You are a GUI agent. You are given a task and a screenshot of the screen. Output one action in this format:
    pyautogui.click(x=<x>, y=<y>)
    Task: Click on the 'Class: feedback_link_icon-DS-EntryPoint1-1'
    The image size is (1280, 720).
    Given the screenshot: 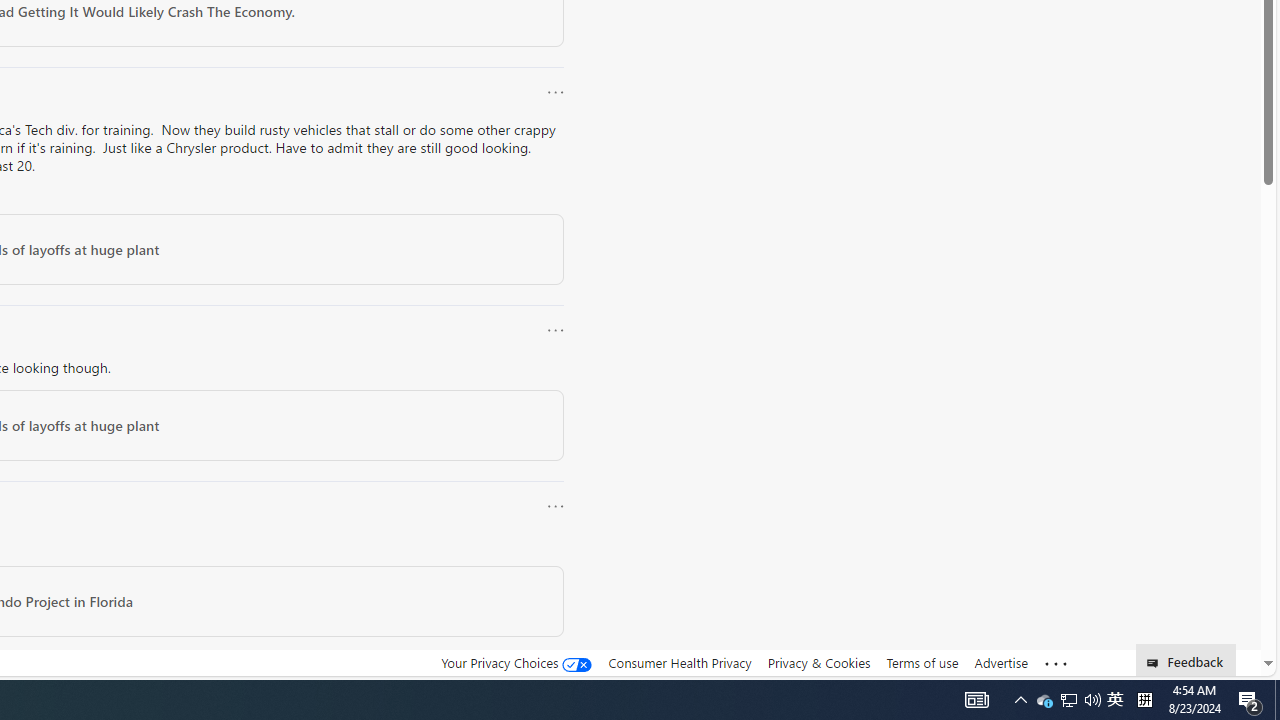 What is the action you would take?
    pyautogui.click(x=1156, y=663)
    